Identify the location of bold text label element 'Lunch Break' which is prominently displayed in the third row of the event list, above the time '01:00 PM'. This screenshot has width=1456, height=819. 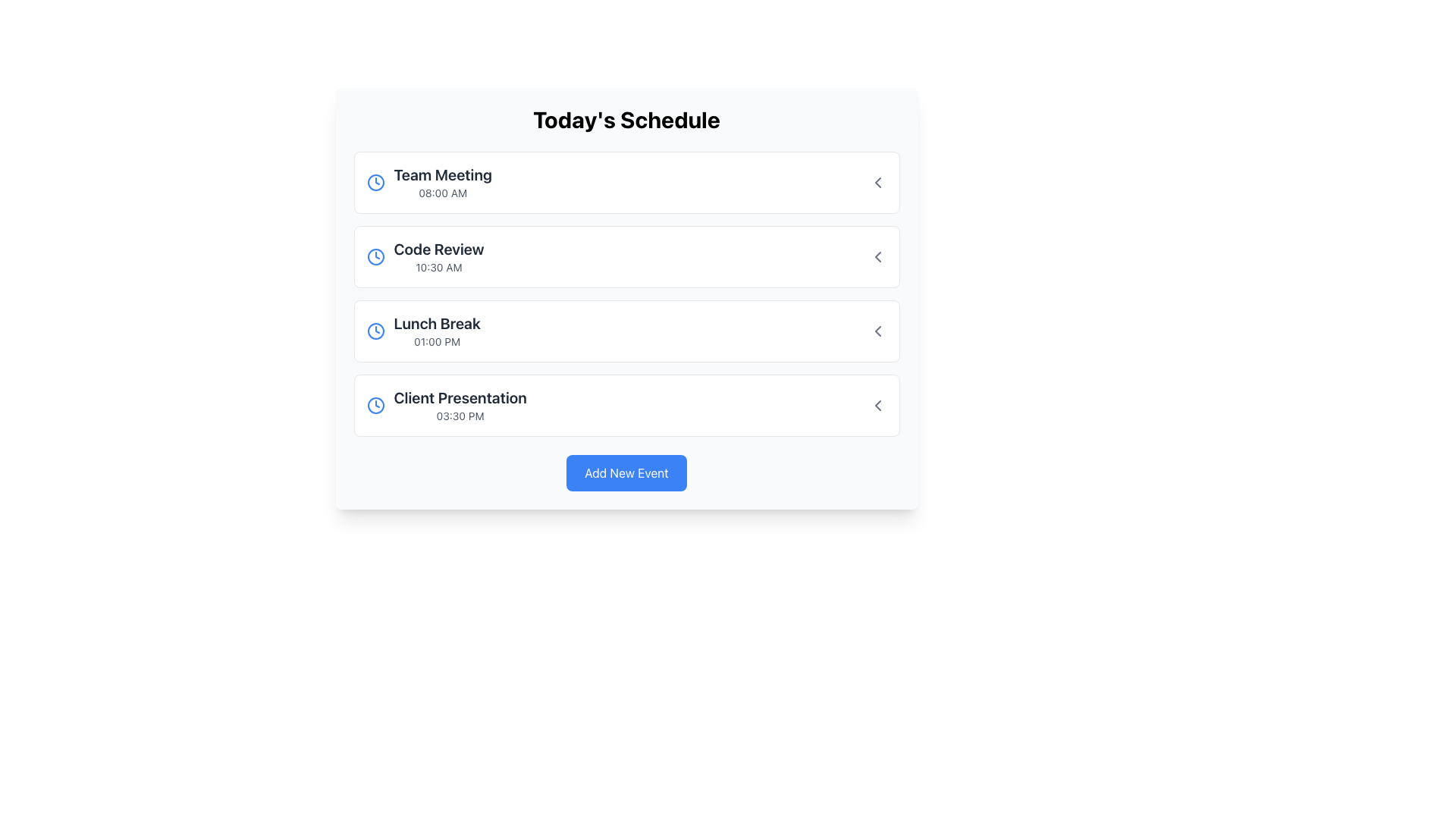
(436, 323).